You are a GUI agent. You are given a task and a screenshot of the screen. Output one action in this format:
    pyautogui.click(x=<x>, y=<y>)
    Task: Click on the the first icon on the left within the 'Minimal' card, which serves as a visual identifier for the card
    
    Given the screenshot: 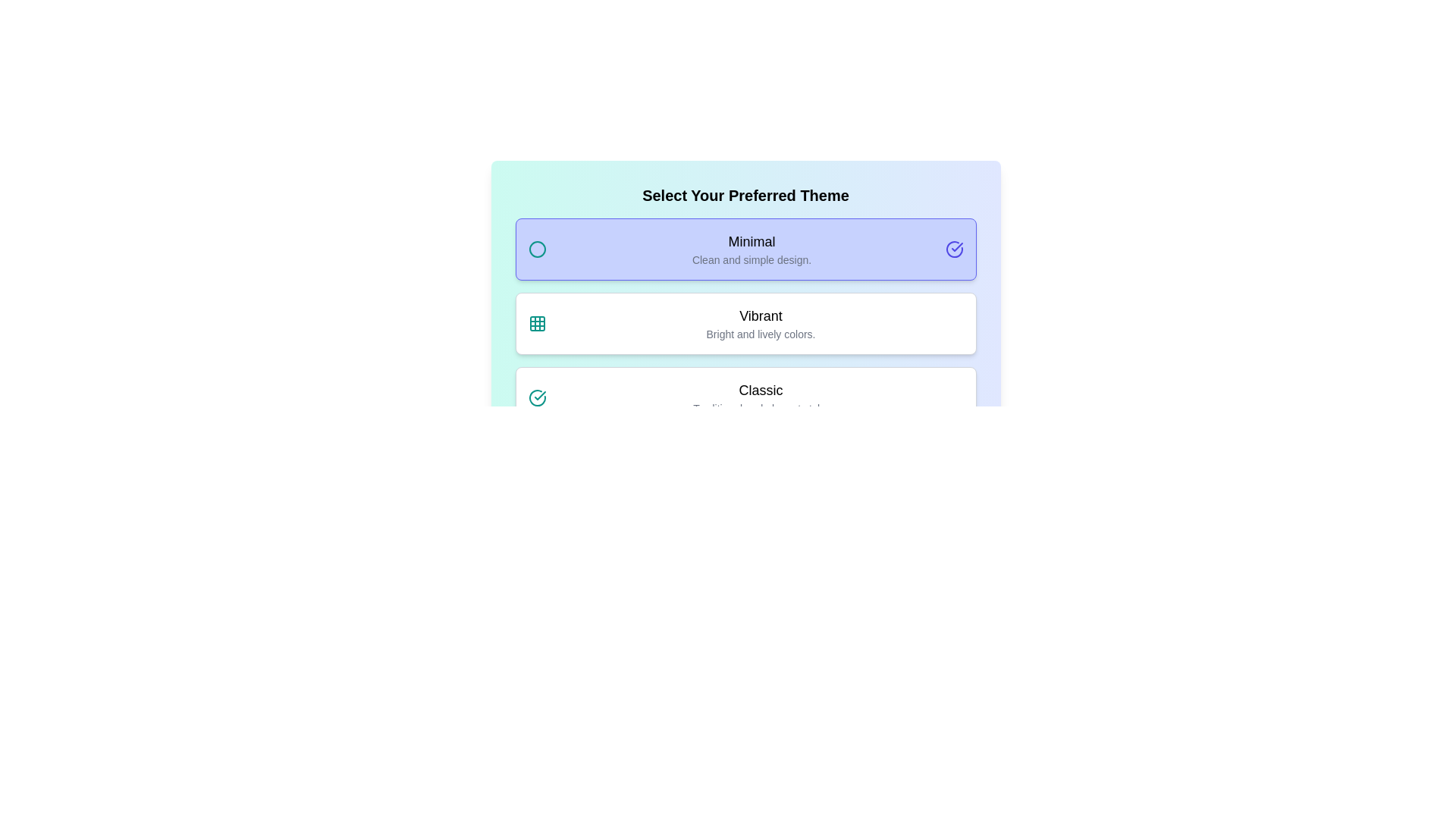 What is the action you would take?
    pyautogui.click(x=537, y=248)
    